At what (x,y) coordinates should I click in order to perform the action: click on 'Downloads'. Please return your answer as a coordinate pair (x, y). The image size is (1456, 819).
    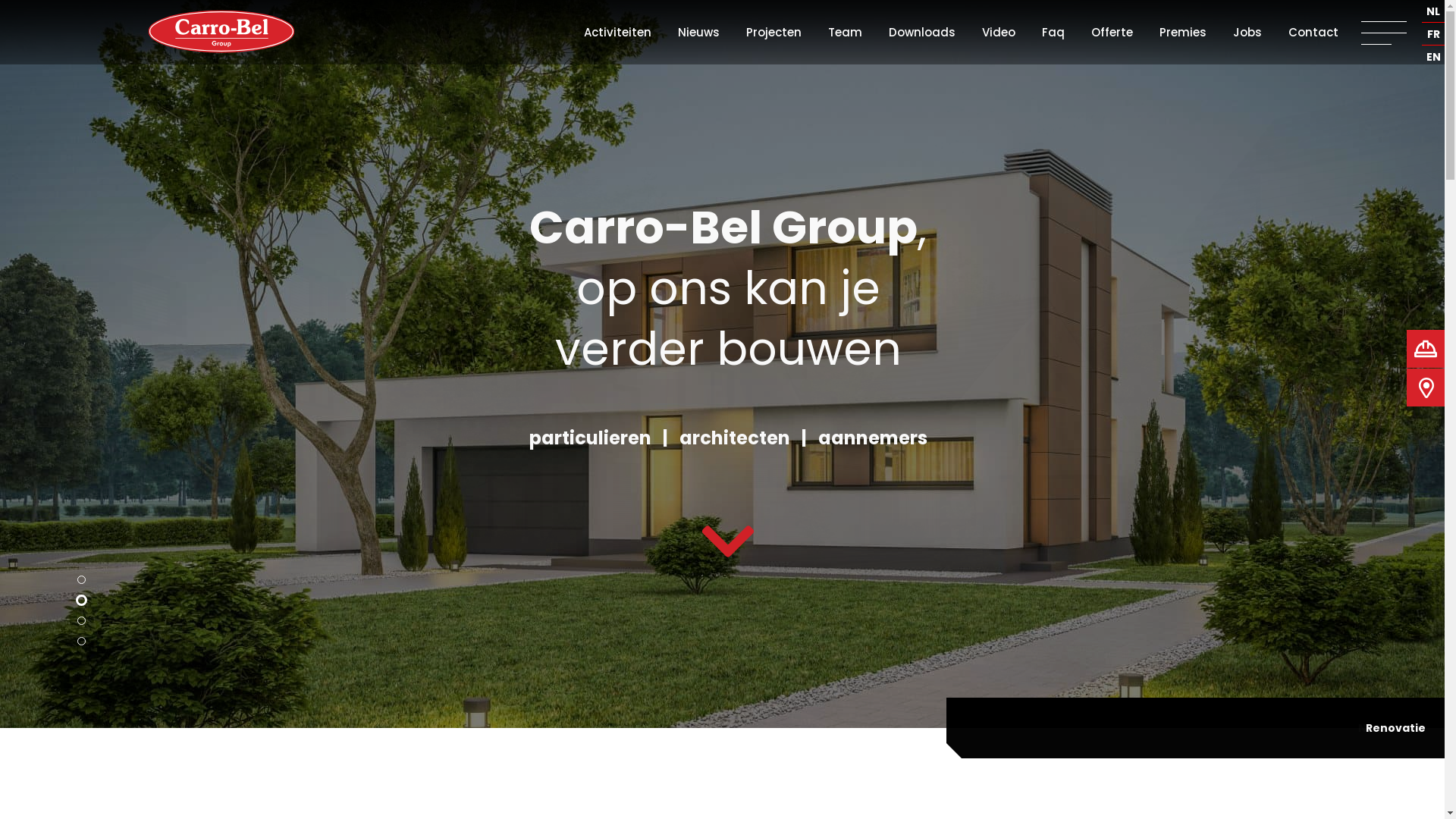
    Looking at the image, I should click on (921, 32).